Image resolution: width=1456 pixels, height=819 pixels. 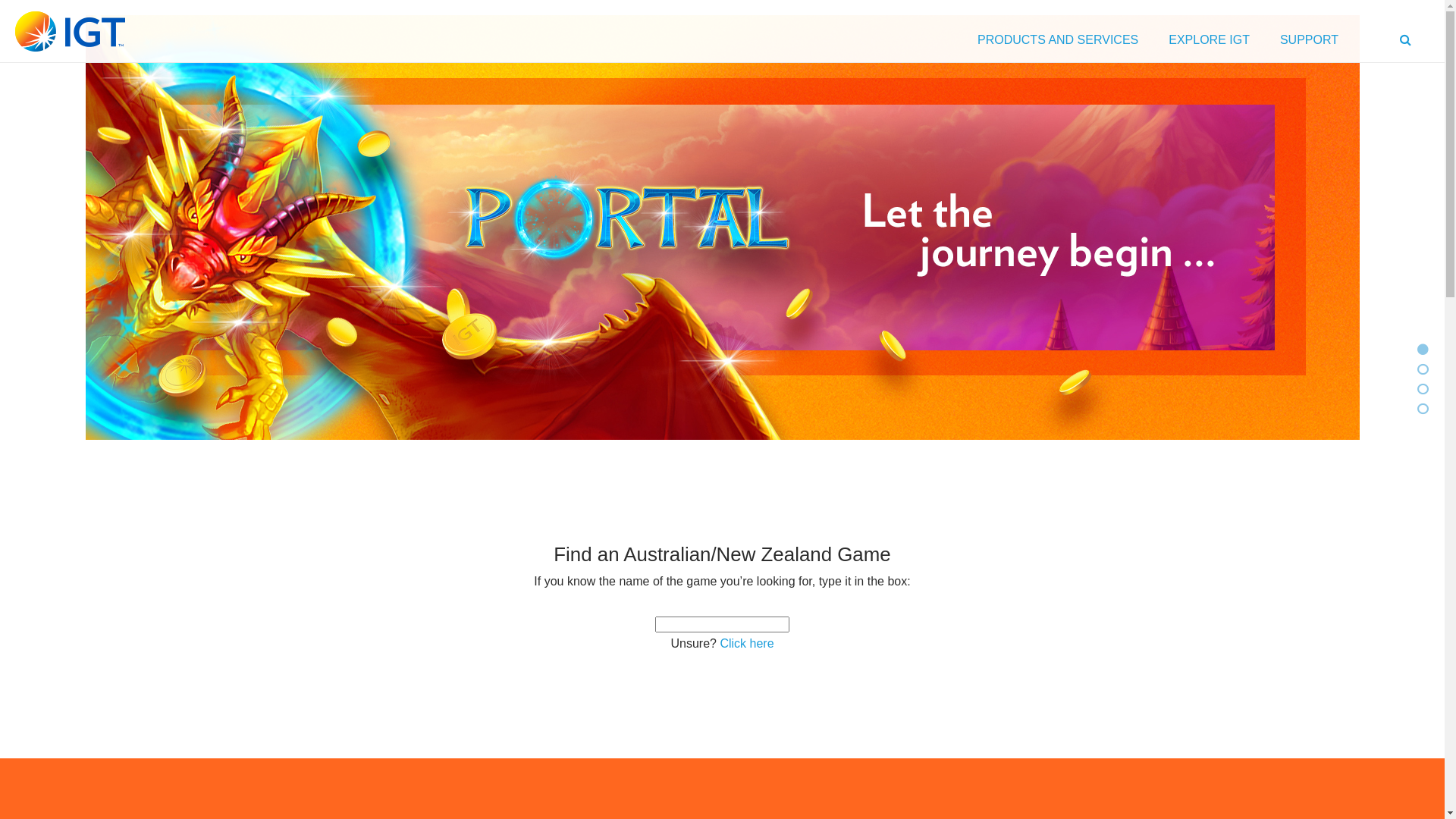 What do you see at coordinates (719, 643) in the screenshot?
I see `'Click here'` at bounding box center [719, 643].